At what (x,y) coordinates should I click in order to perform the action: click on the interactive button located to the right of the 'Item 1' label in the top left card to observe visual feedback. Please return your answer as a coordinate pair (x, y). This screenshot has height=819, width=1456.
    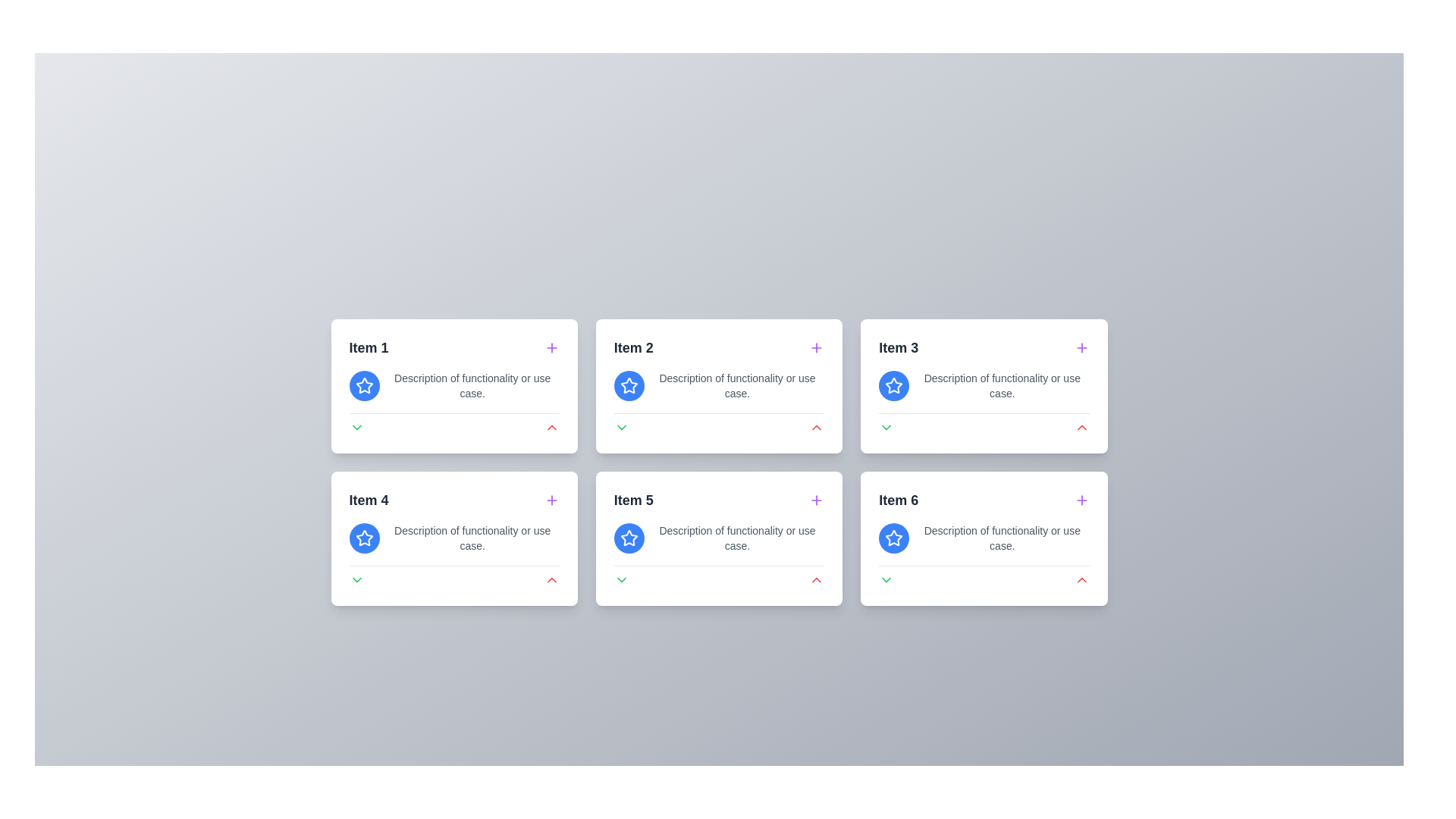
    Looking at the image, I should click on (551, 348).